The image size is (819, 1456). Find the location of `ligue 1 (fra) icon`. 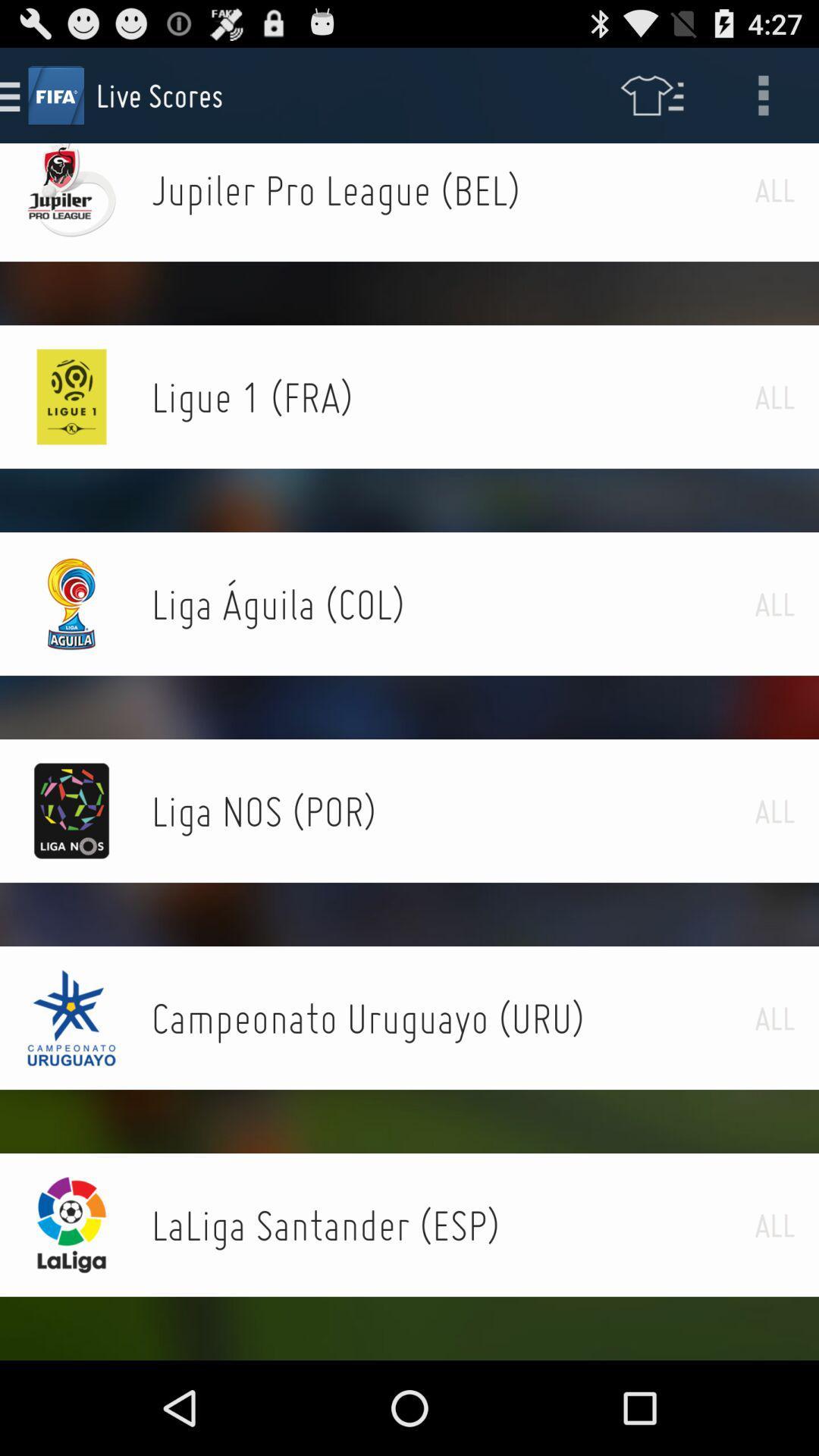

ligue 1 (fra) icon is located at coordinates (452, 397).